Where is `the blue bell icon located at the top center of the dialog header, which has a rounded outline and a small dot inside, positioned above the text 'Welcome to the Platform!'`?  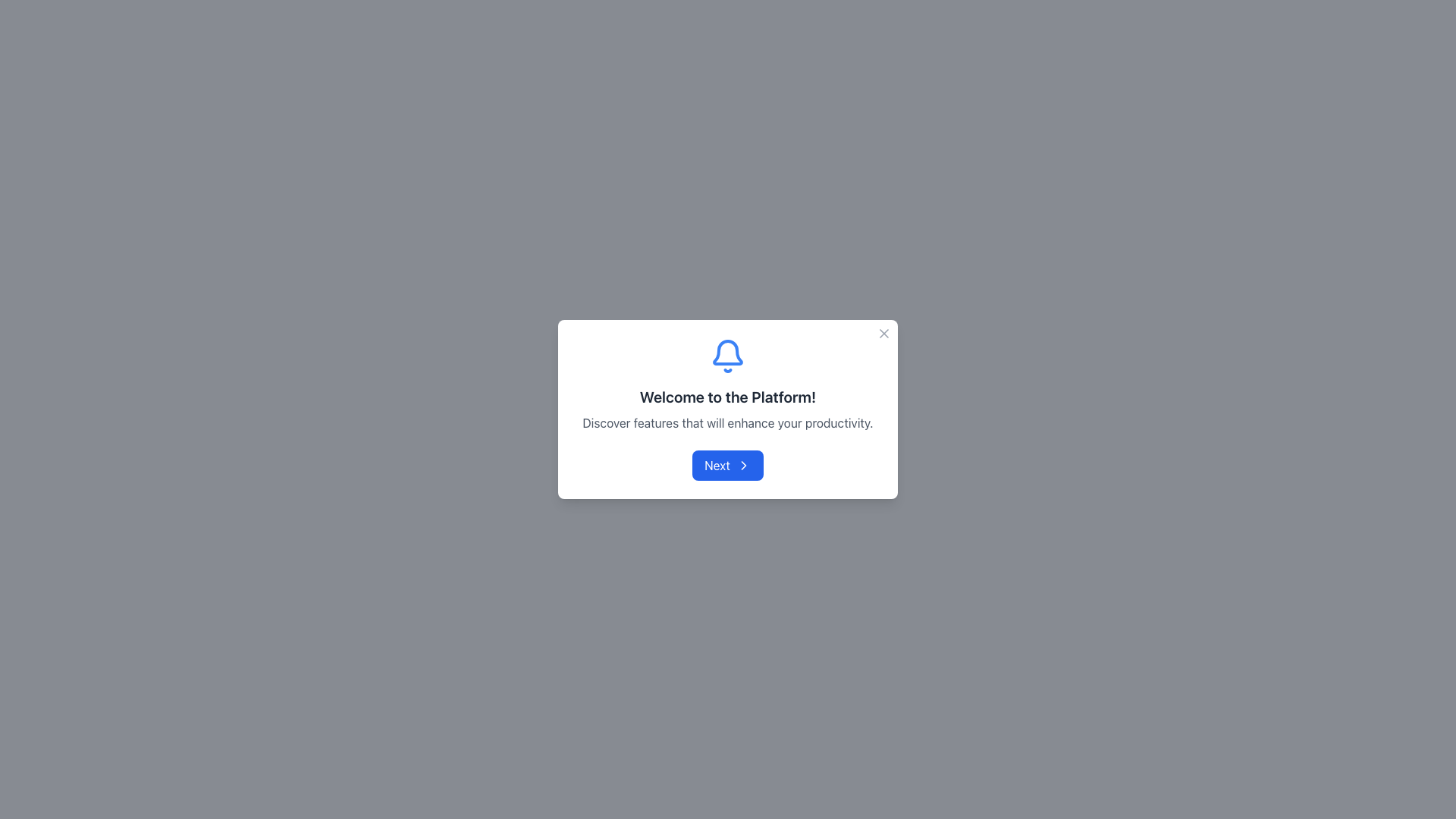
the blue bell icon located at the top center of the dialog header, which has a rounded outline and a small dot inside, positioned above the text 'Welcome to the Platform!' is located at coordinates (728, 356).